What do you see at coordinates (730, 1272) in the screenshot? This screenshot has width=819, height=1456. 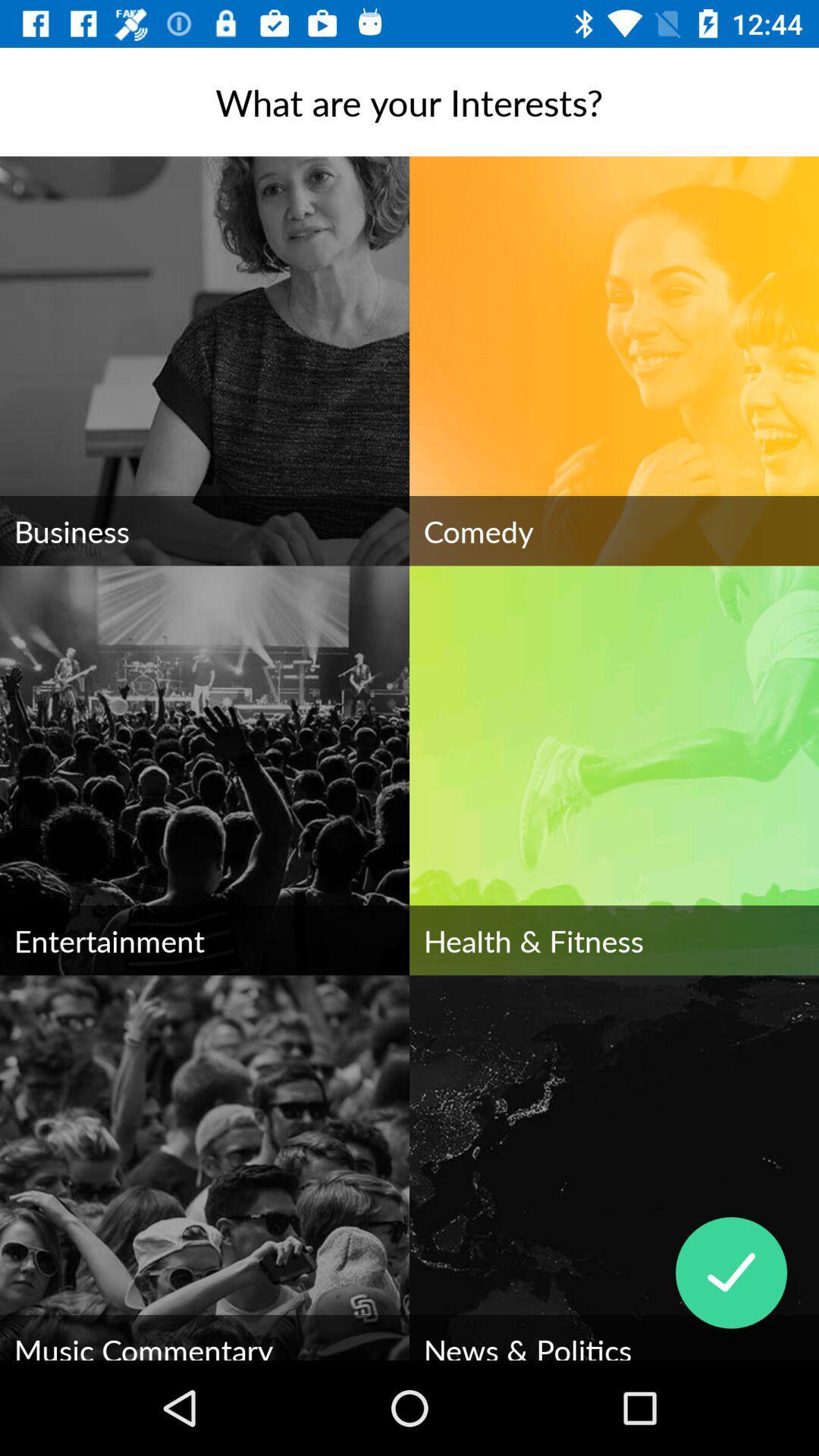 I see `item above news & politics` at bounding box center [730, 1272].